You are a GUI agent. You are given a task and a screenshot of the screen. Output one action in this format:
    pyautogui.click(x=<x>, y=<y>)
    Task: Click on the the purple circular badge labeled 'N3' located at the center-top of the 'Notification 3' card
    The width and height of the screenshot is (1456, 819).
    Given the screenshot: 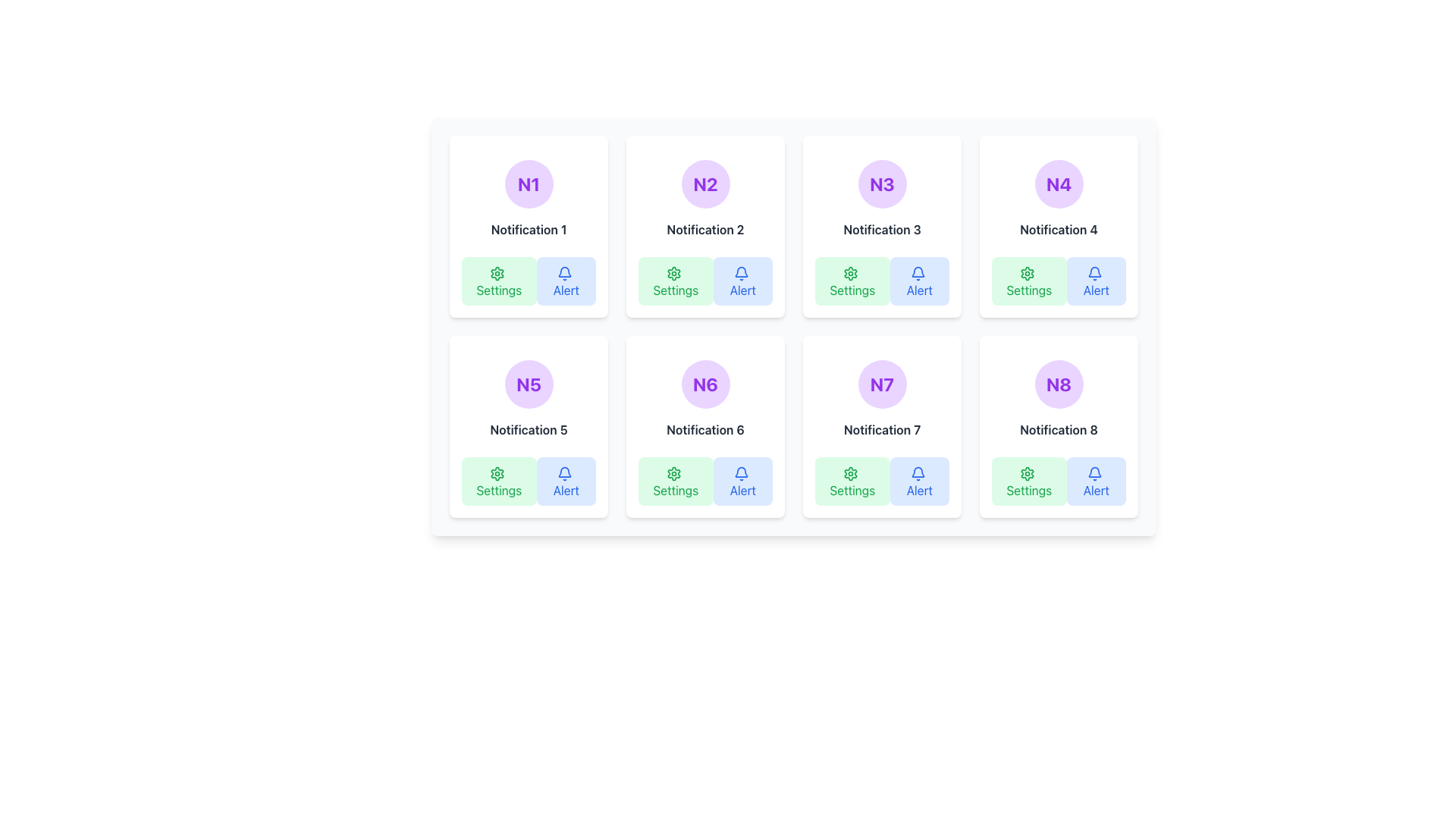 What is the action you would take?
    pyautogui.click(x=882, y=184)
    